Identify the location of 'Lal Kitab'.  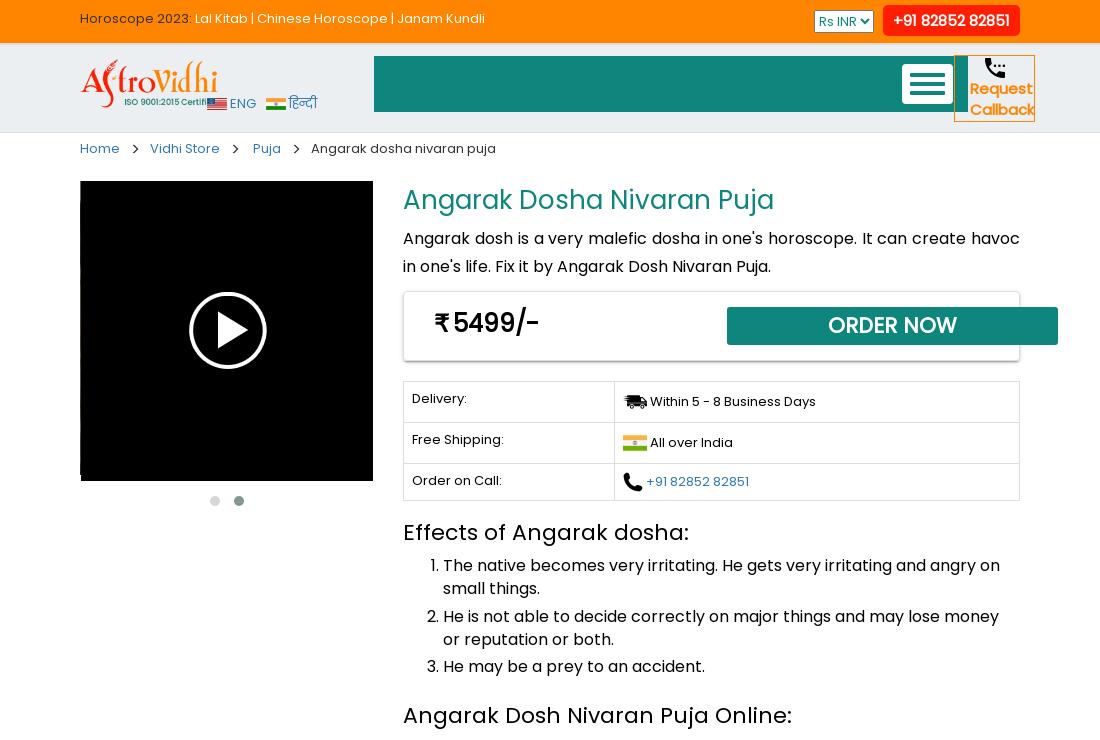
(221, 17).